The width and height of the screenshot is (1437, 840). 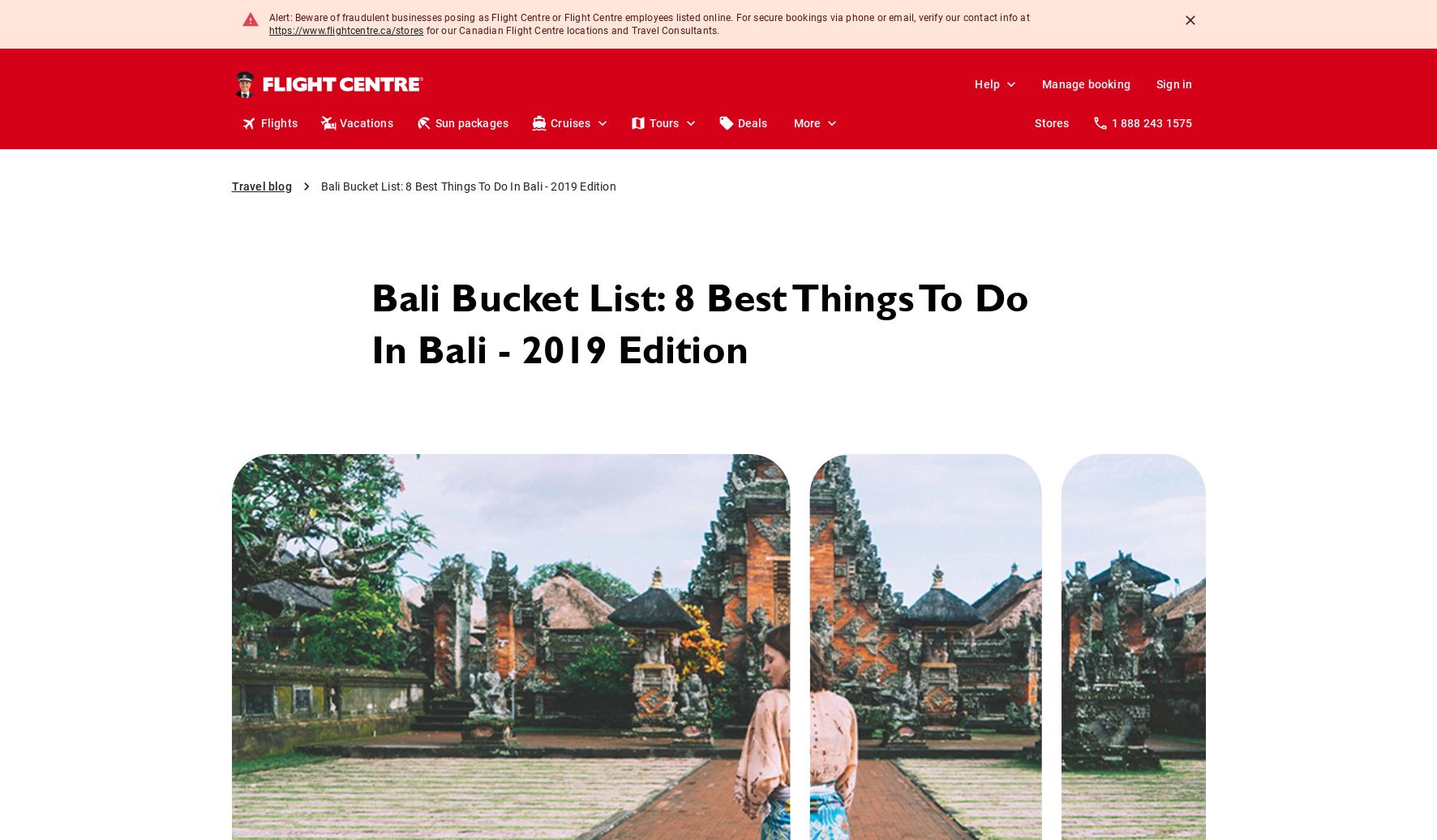 What do you see at coordinates (278, 122) in the screenshot?
I see `'Flights'` at bounding box center [278, 122].